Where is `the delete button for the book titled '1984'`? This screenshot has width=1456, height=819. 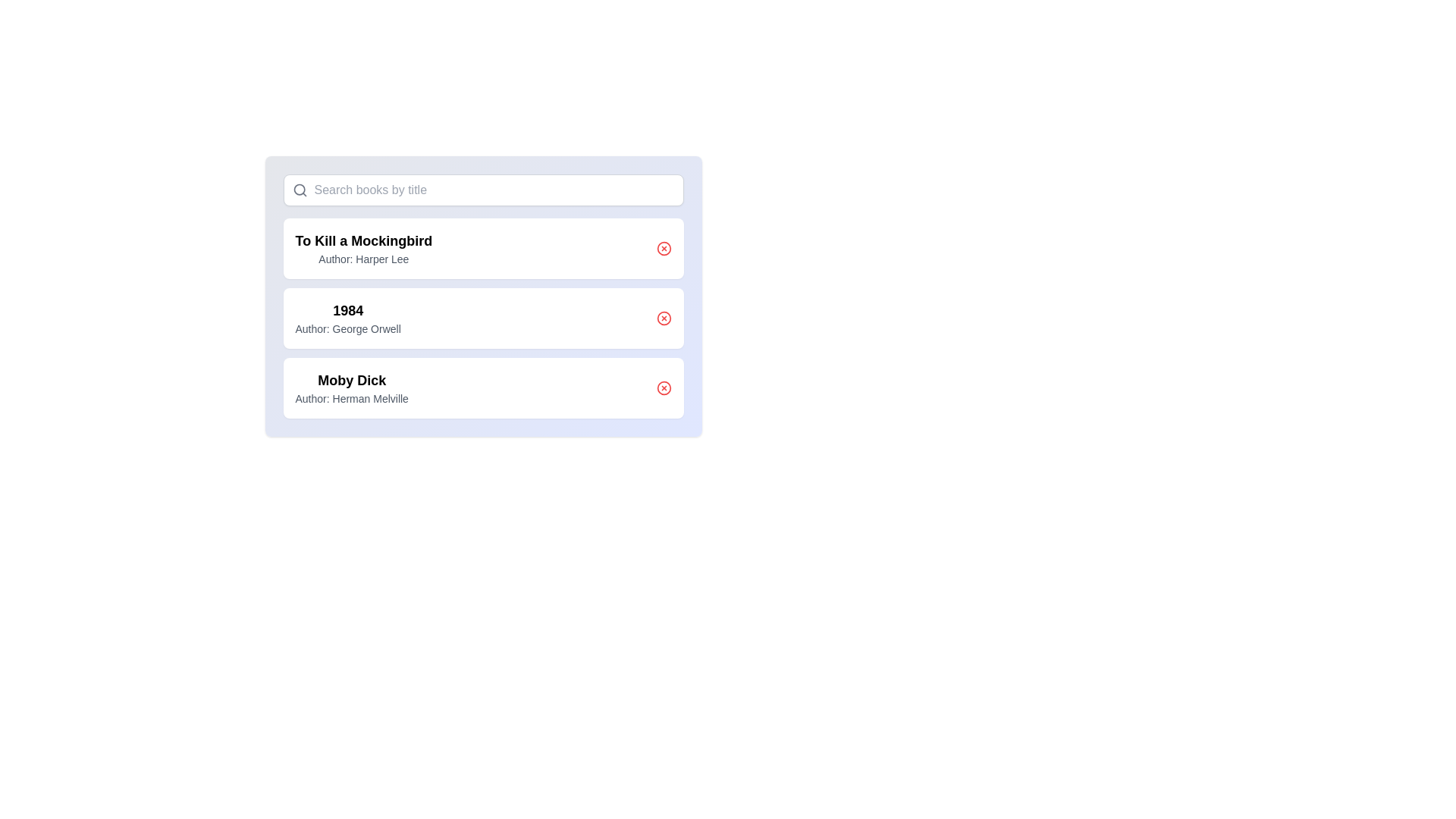
the delete button for the book titled '1984' is located at coordinates (664, 318).